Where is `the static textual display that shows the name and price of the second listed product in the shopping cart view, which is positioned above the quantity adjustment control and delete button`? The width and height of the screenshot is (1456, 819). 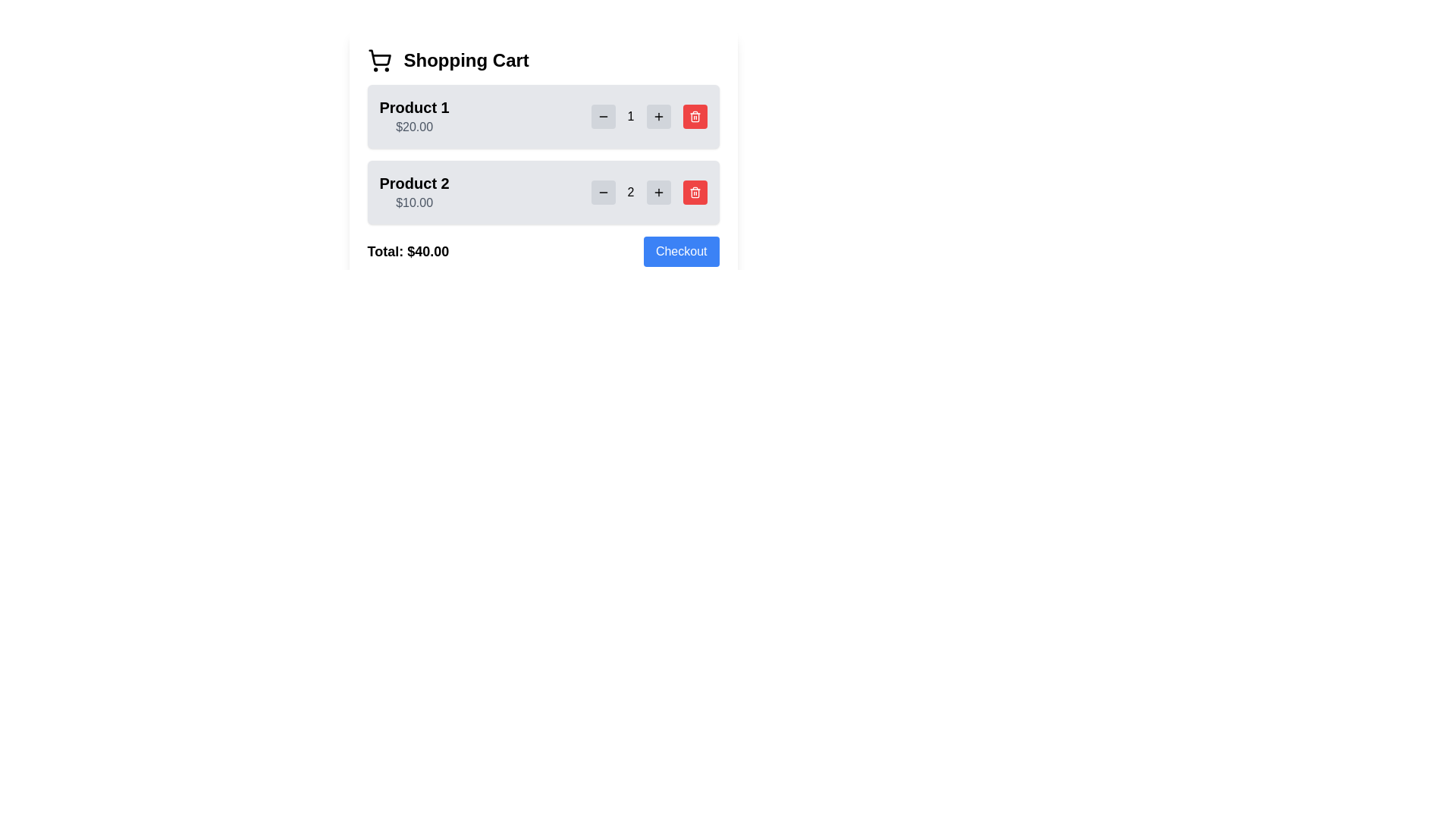
the static textual display that shows the name and price of the second listed product in the shopping cart view, which is positioned above the quantity adjustment control and delete button is located at coordinates (414, 192).